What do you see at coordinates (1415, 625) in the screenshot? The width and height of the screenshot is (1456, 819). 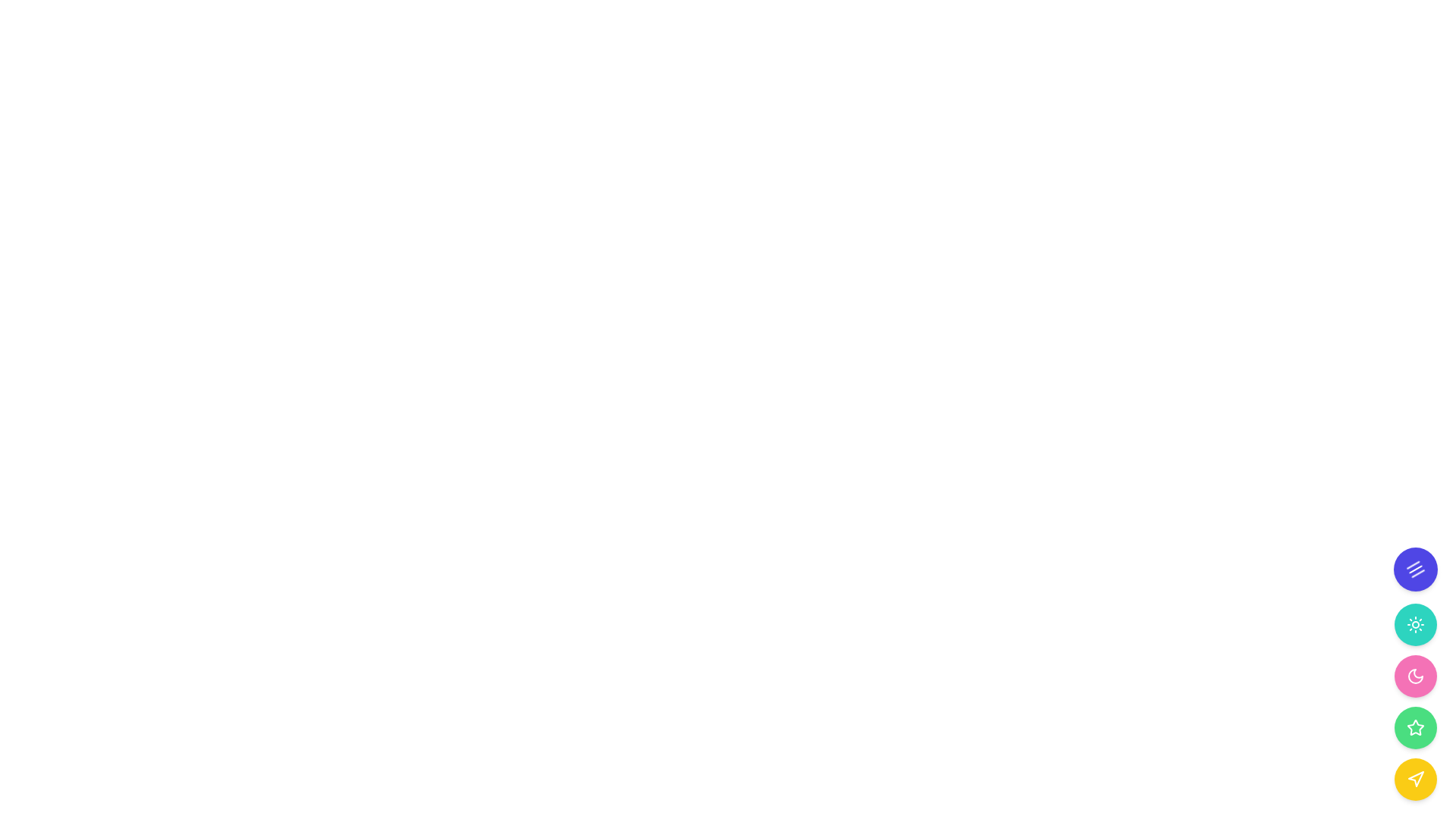 I see `the teal-colored circular button that represents daylight or brightness settings` at bounding box center [1415, 625].